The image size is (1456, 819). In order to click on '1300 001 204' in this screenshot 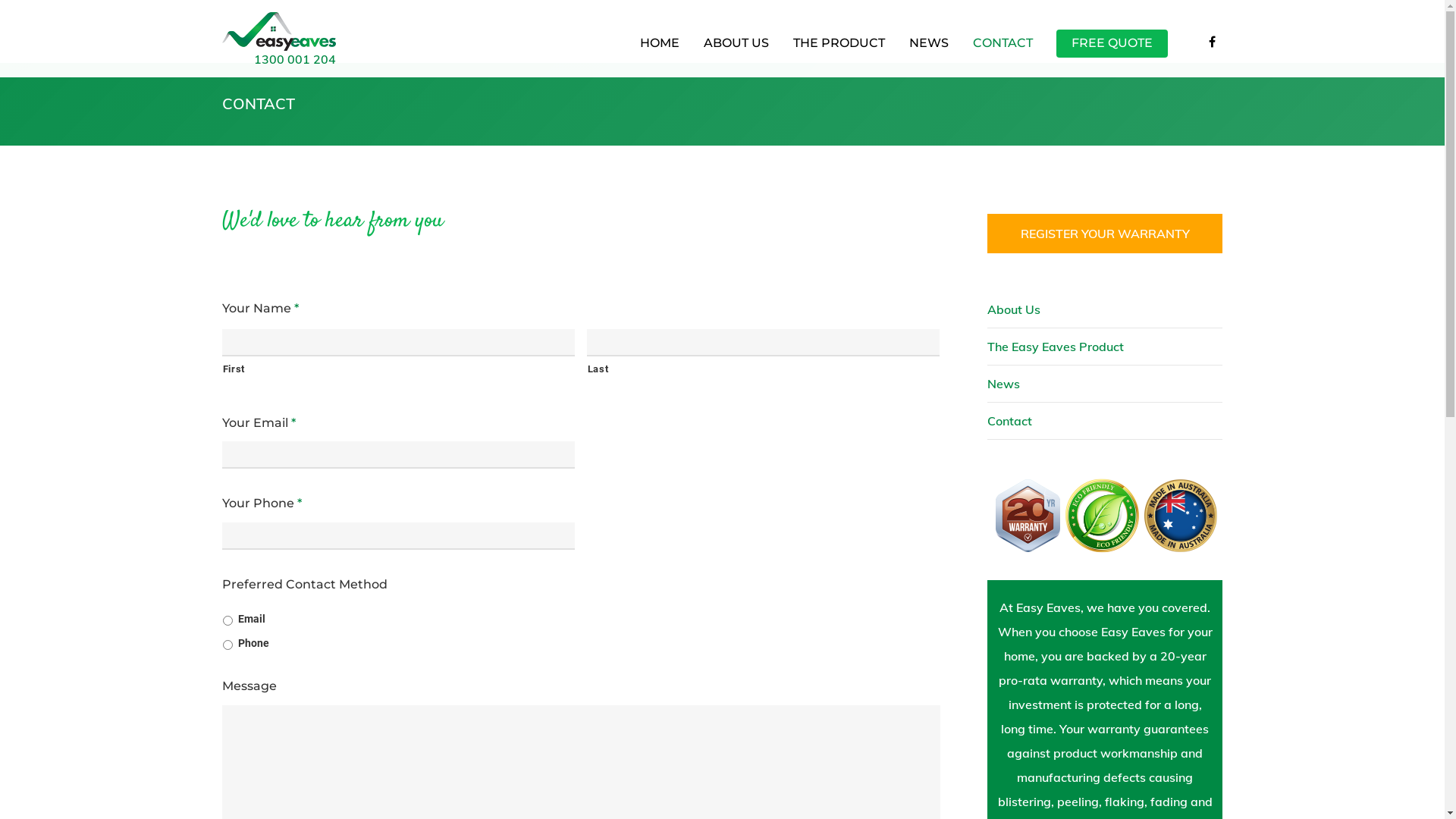, I will do `click(253, 58)`.